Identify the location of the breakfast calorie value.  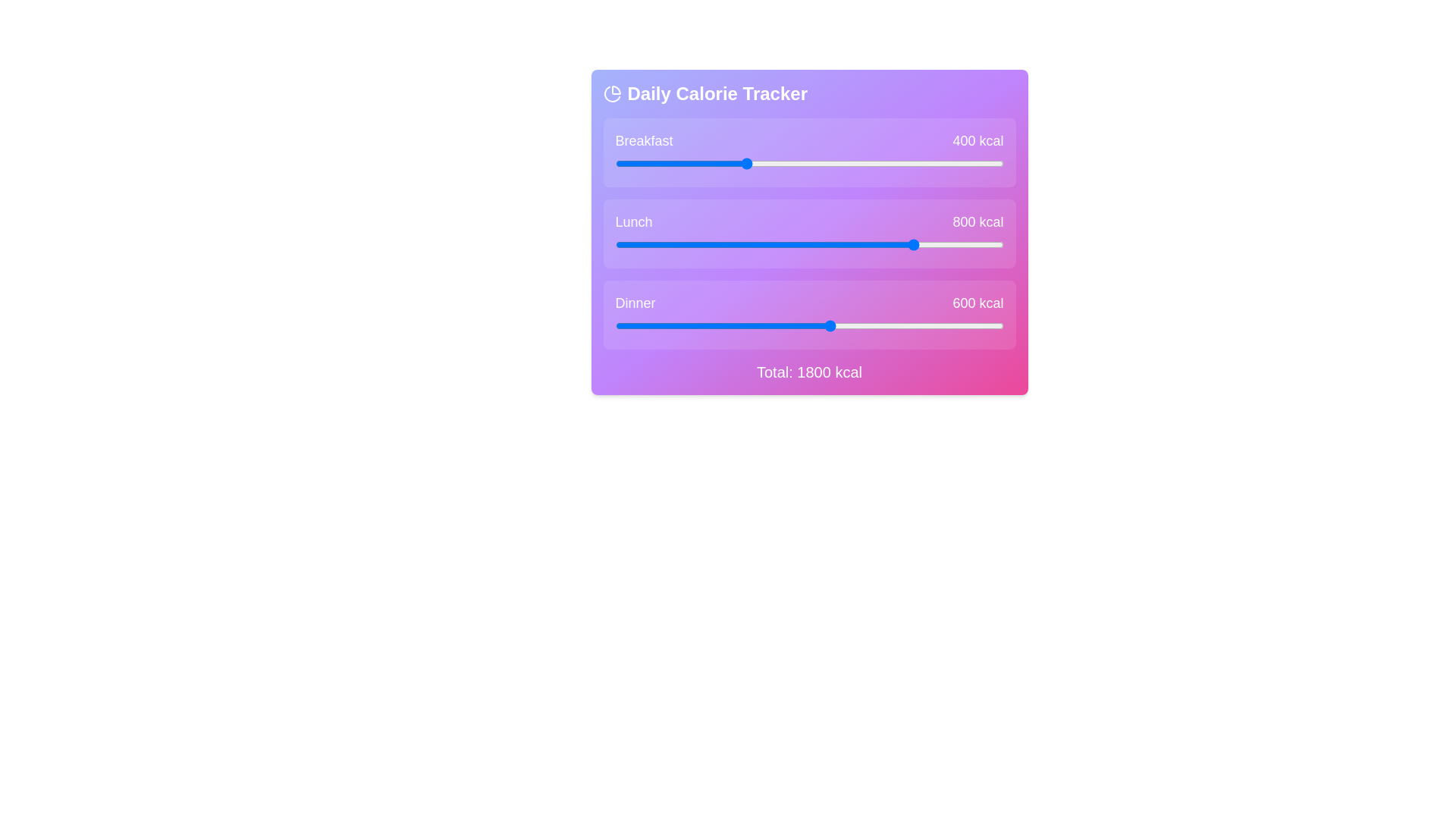
(832, 164).